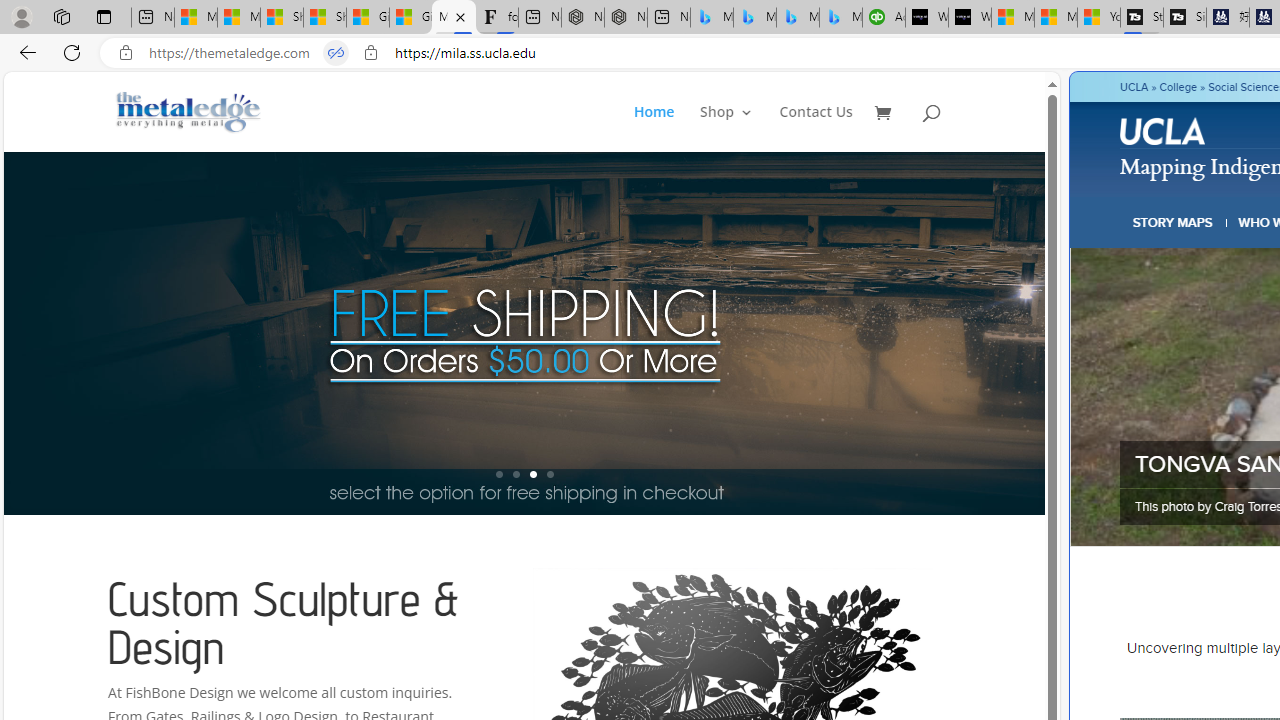 The height and width of the screenshot is (720, 1280). I want to click on '3', so click(533, 474).